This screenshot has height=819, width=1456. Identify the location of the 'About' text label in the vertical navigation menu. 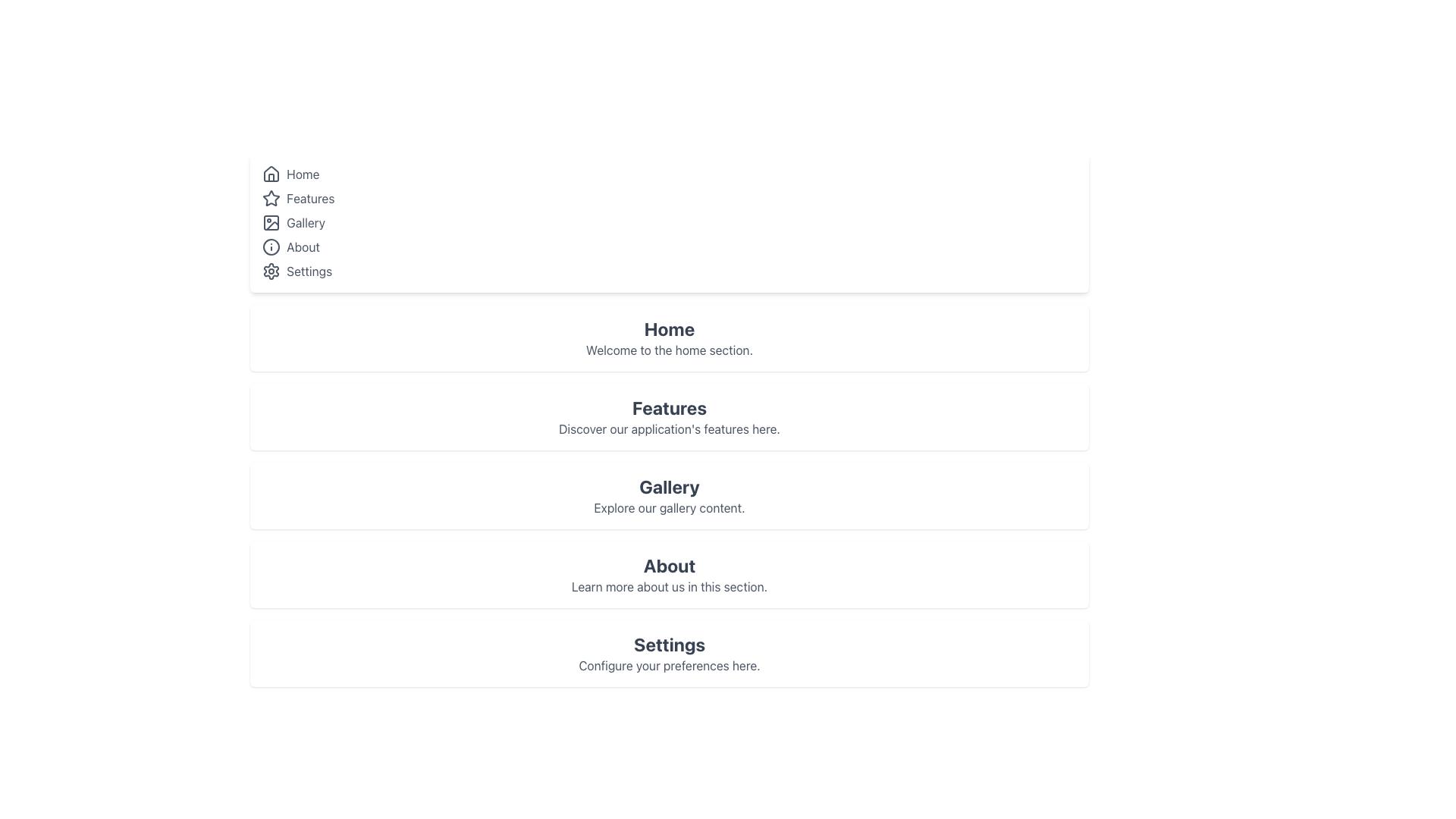
(303, 246).